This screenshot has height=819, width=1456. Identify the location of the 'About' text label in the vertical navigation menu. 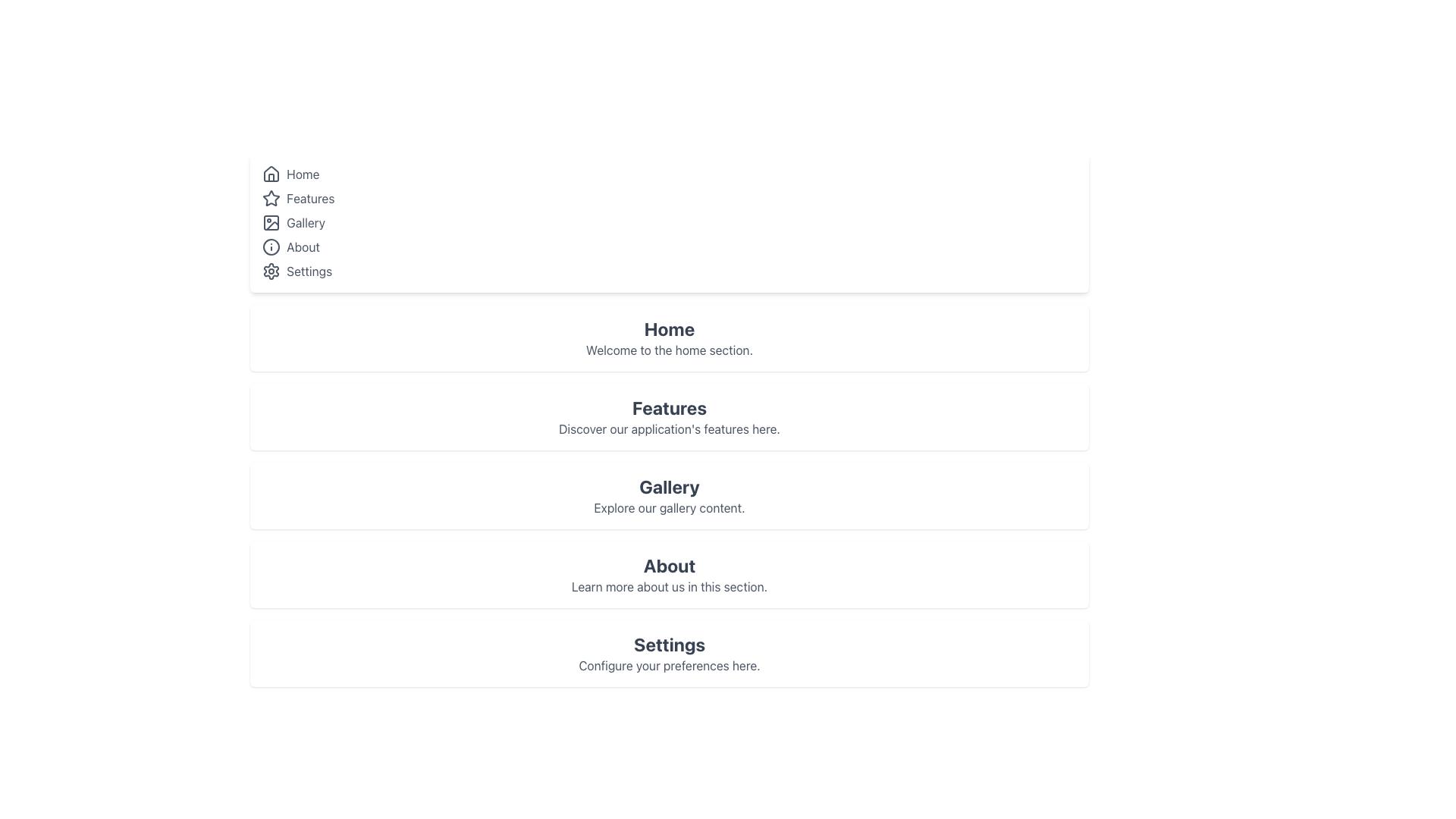
(303, 246).